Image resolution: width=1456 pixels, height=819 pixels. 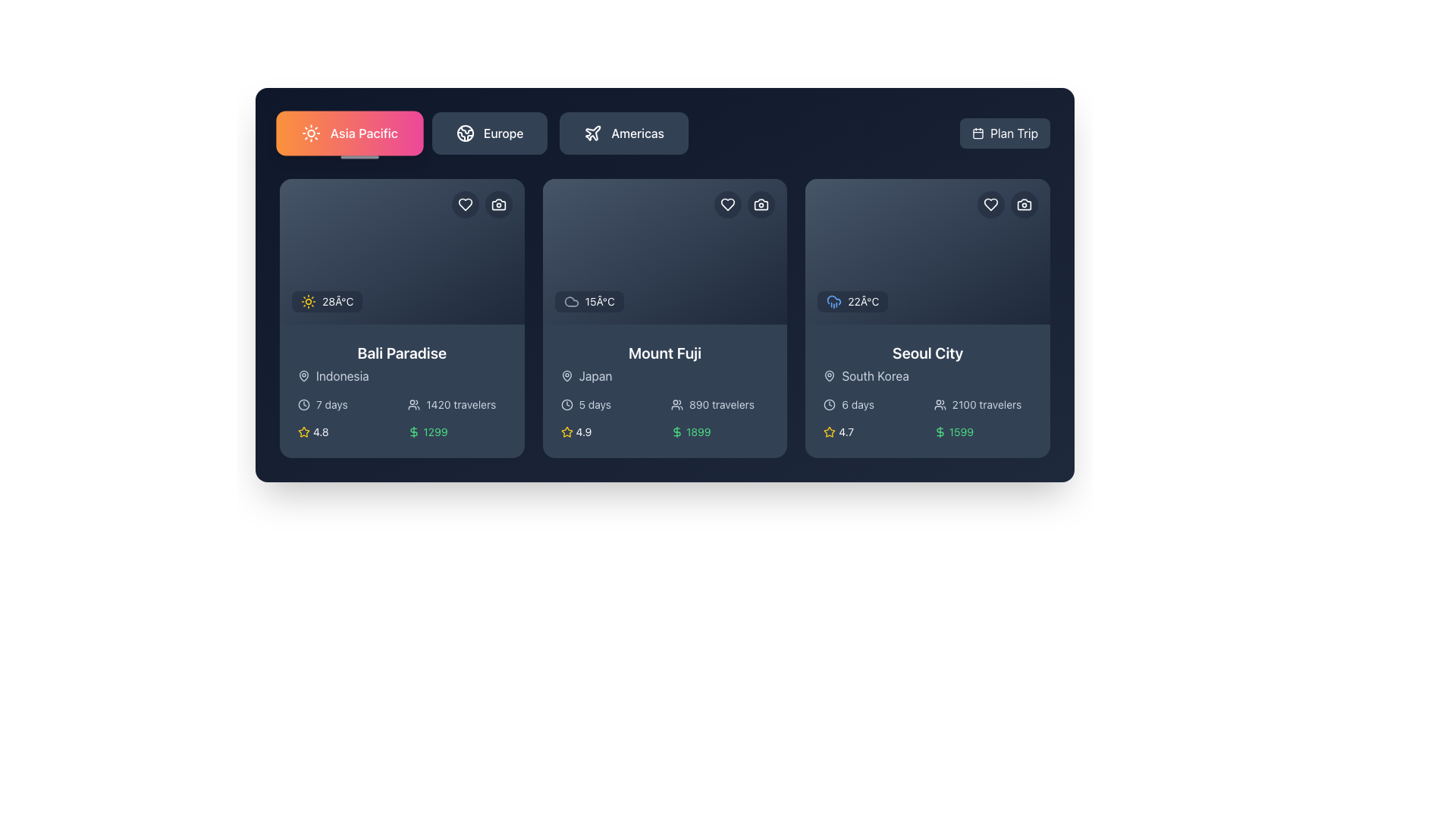 What do you see at coordinates (676, 403) in the screenshot?
I see `the user/traveler icon located to the left of the '890 travelers' text within the 'Mount Fuji' card element in the central card of a three-card layout` at bounding box center [676, 403].